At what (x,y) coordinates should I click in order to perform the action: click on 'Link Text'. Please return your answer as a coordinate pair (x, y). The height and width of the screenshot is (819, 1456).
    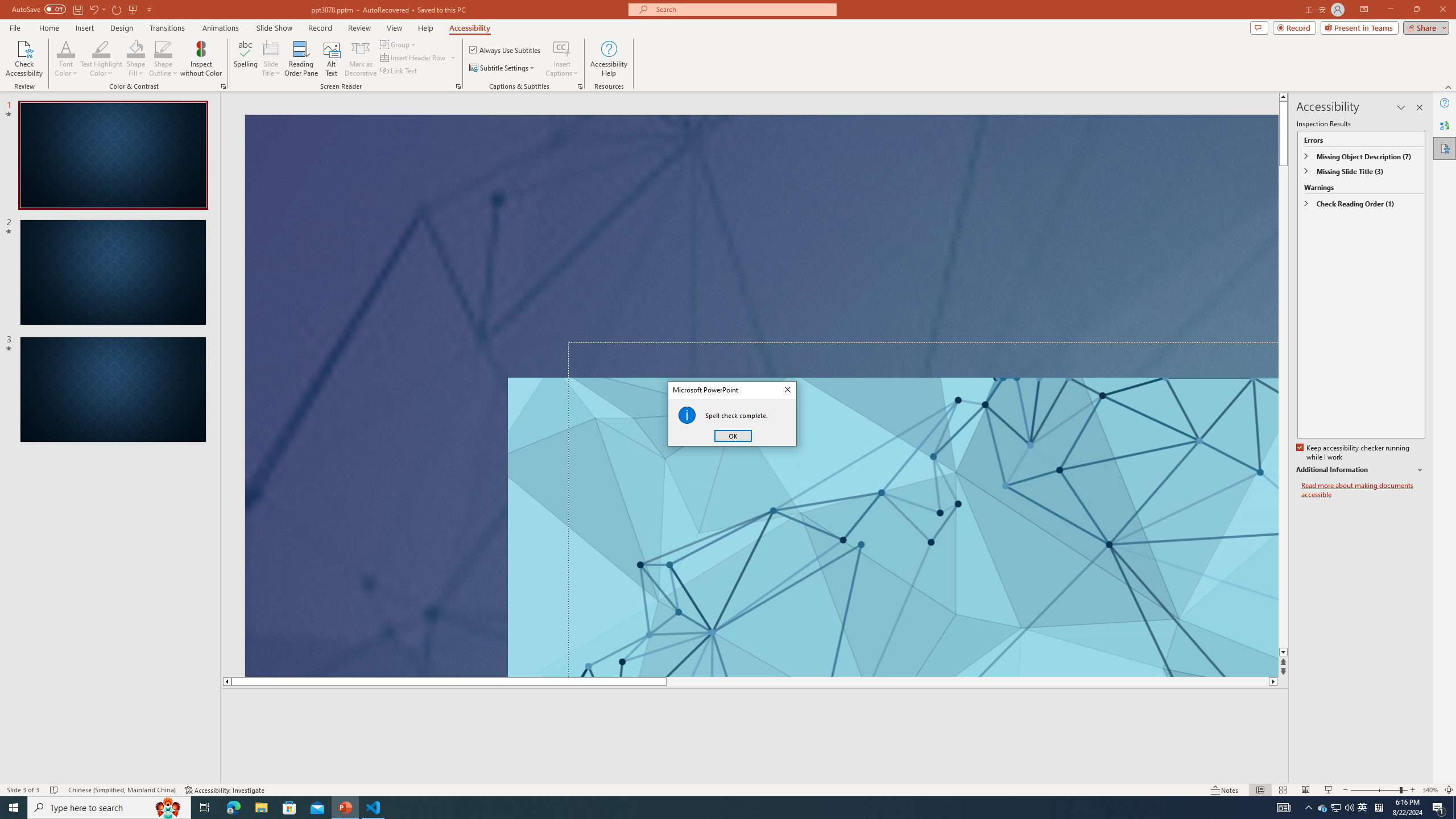
    Looking at the image, I should click on (399, 69).